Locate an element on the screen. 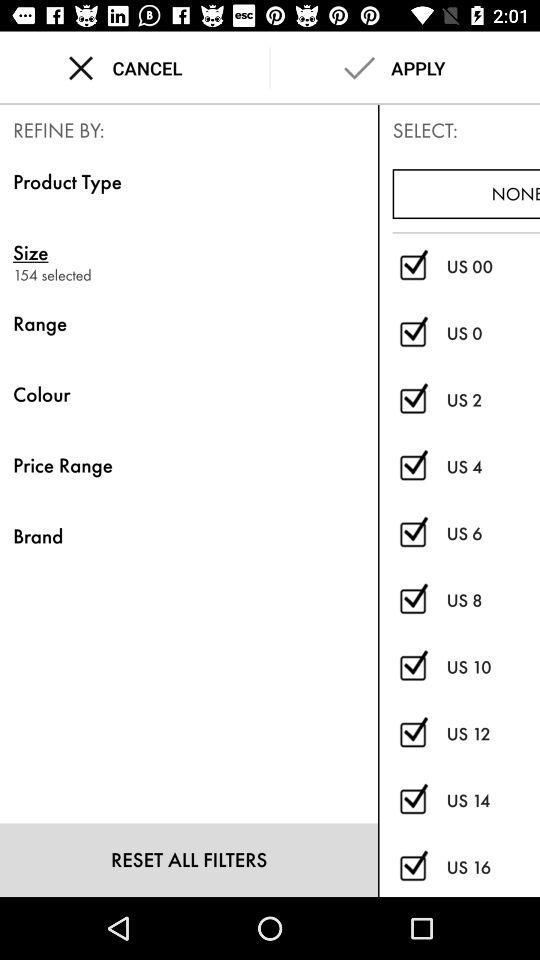  the item above us 8 icon is located at coordinates (492, 532).